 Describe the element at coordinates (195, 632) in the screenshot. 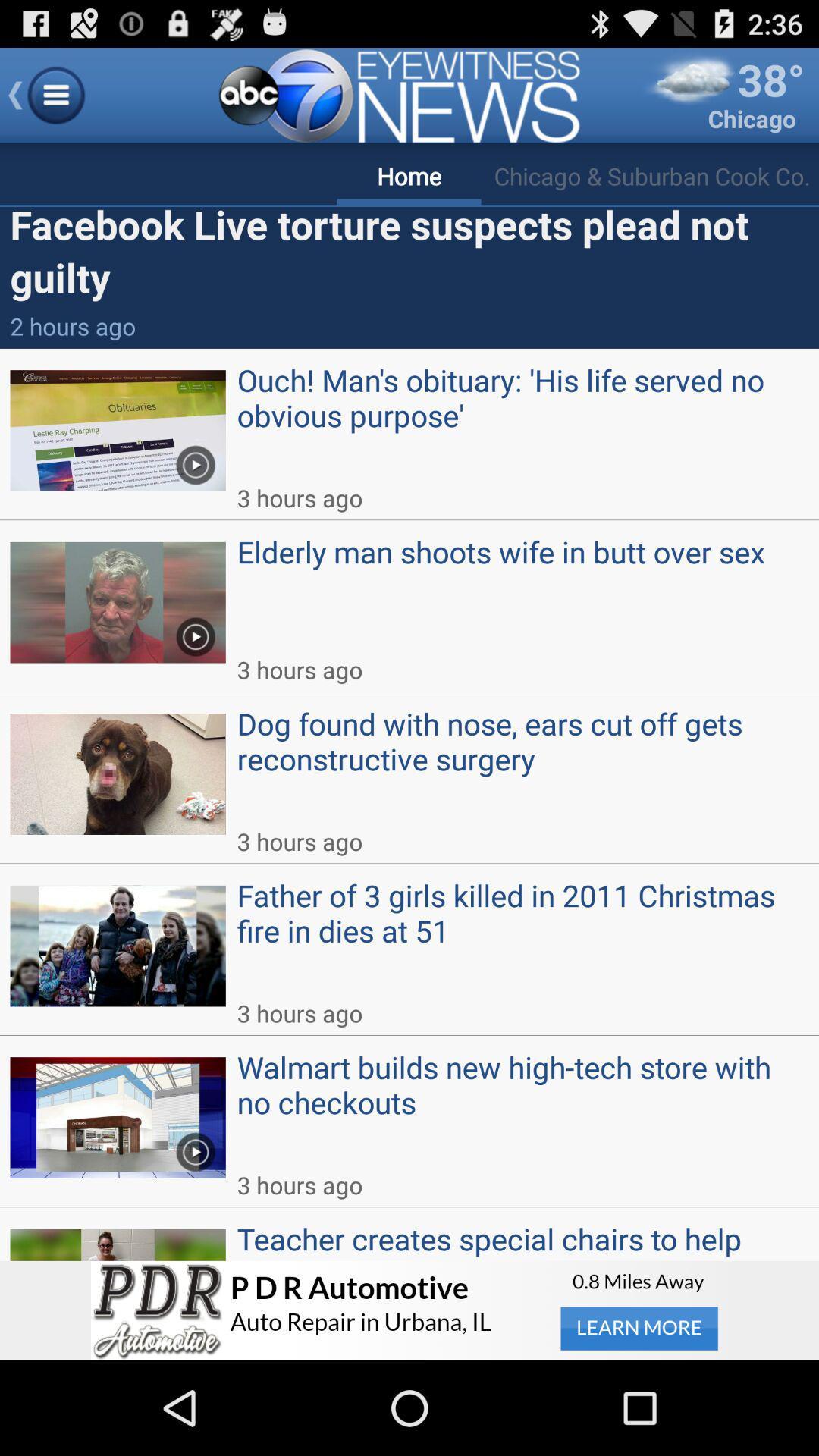

I see `the play option to the left of the text elderly man shoots wife in butt over sex` at that location.